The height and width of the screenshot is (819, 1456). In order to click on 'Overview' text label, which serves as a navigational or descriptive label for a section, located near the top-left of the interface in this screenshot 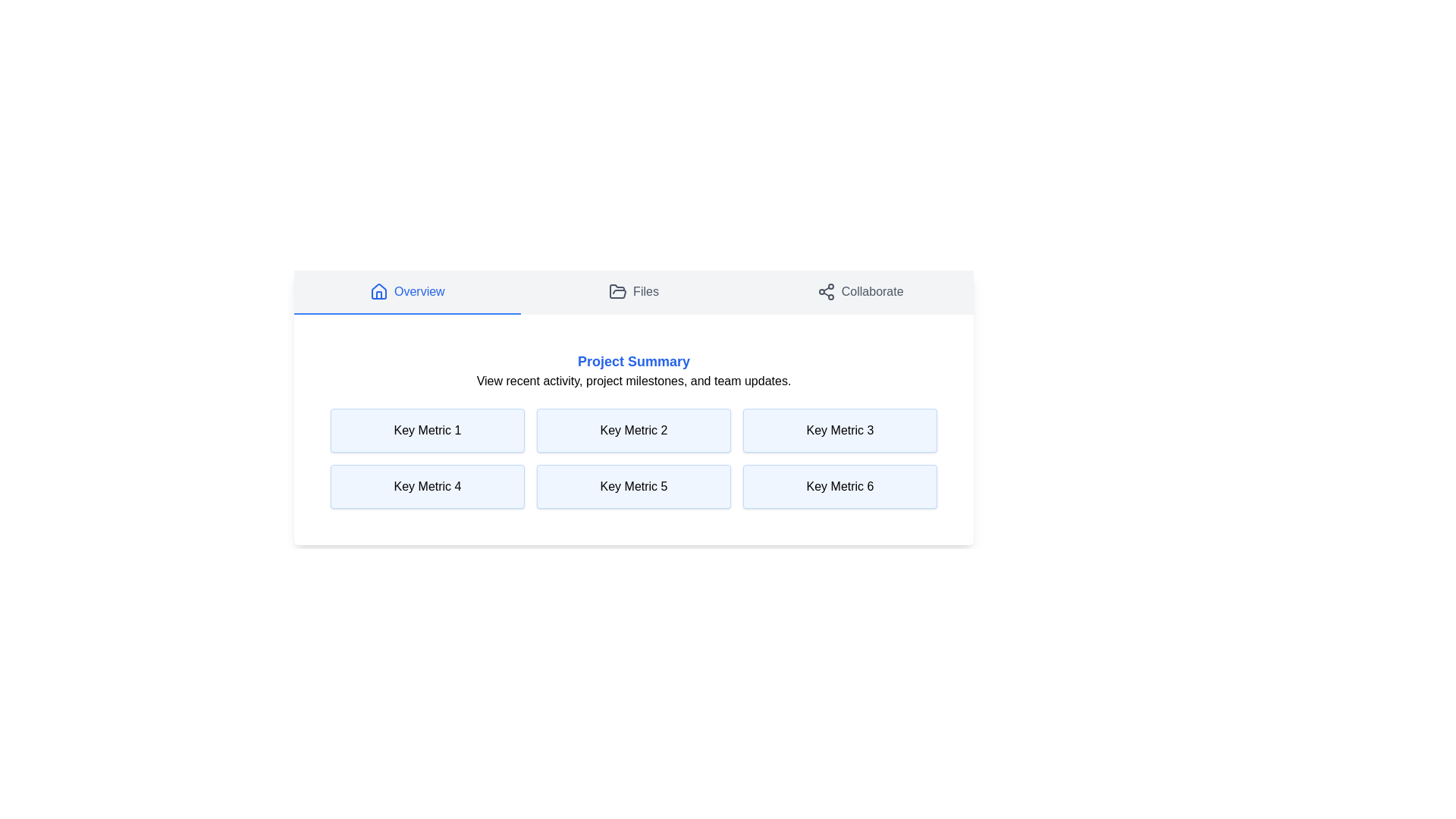, I will do `click(419, 292)`.